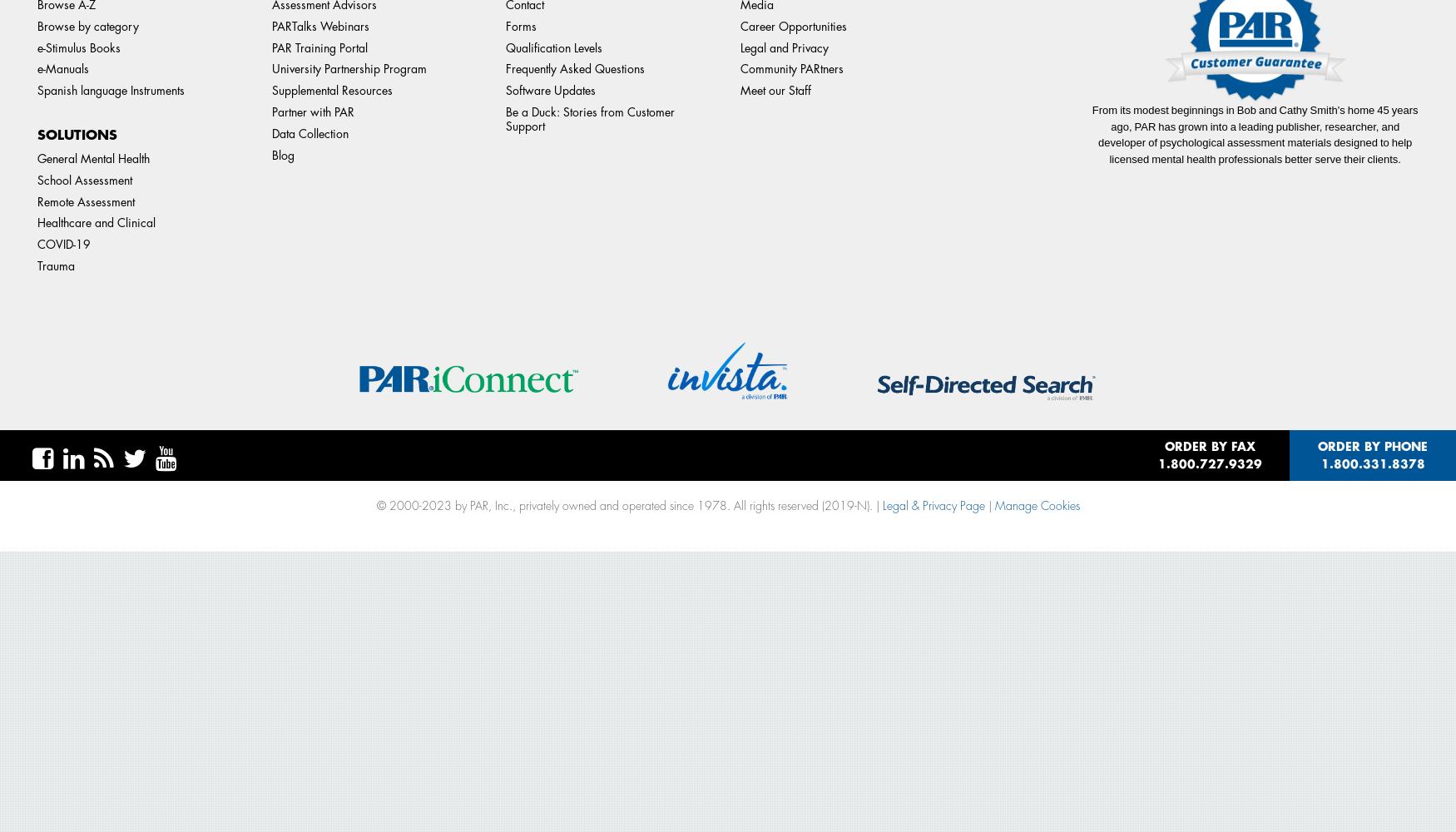 The height and width of the screenshot is (832, 1456). What do you see at coordinates (784, 47) in the screenshot?
I see `'Legal and Privacy'` at bounding box center [784, 47].